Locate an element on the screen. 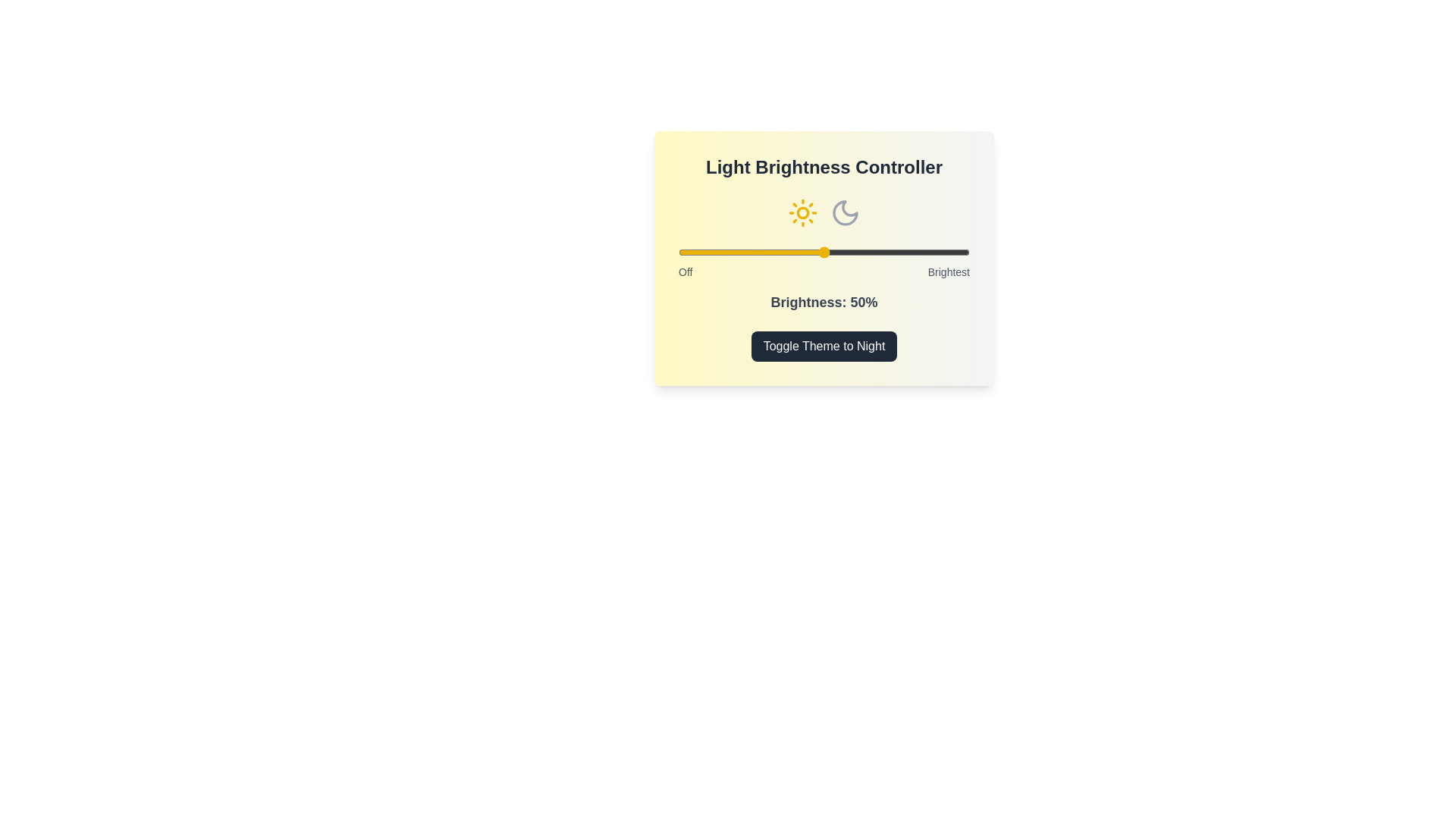 This screenshot has height=819, width=1456. the slider to set the brightness to 88% is located at coordinates (934, 251).